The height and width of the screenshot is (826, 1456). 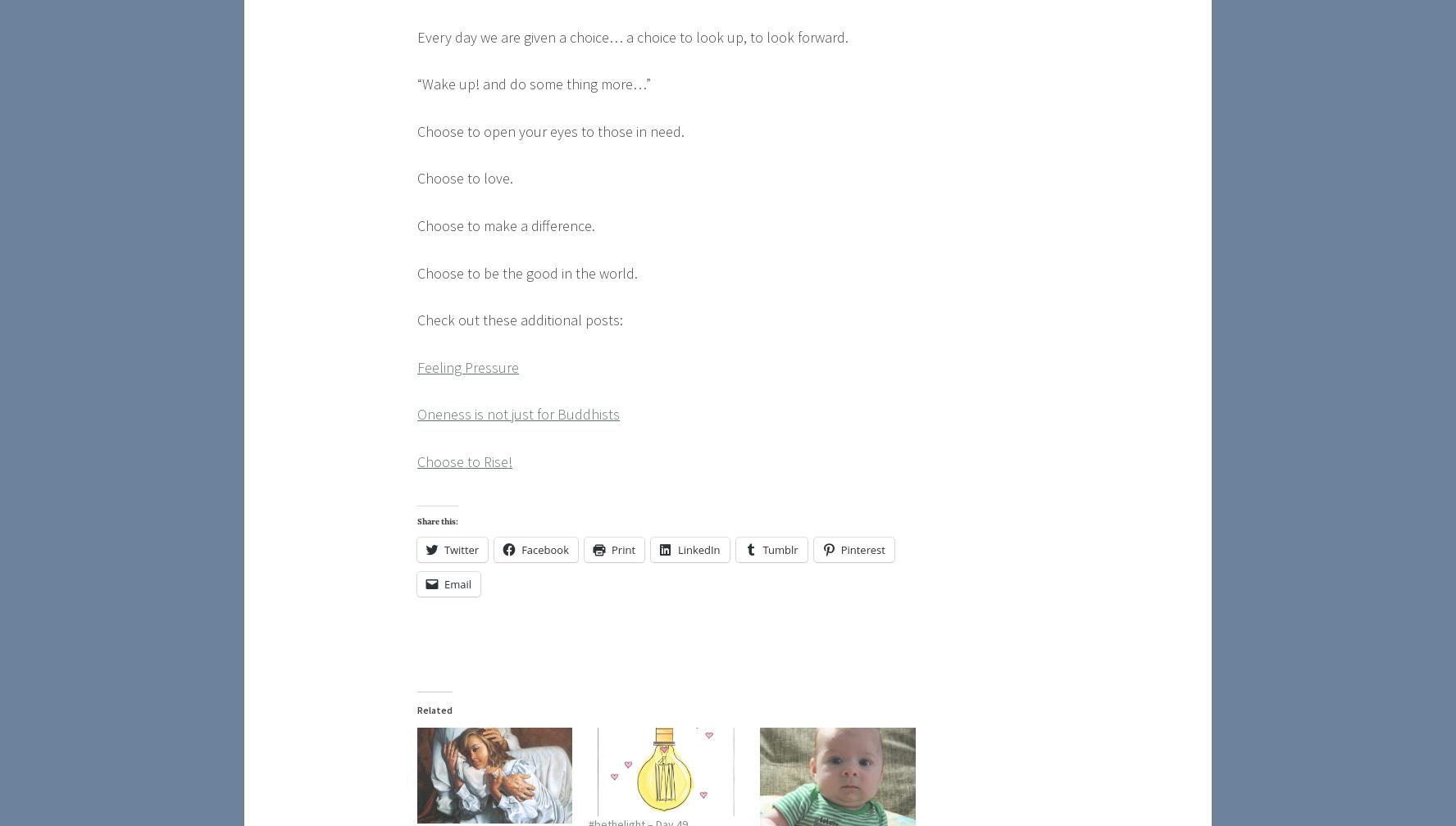 What do you see at coordinates (467, 366) in the screenshot?
I see `'Feeling Pressure'` at bounding box center [467, 366].